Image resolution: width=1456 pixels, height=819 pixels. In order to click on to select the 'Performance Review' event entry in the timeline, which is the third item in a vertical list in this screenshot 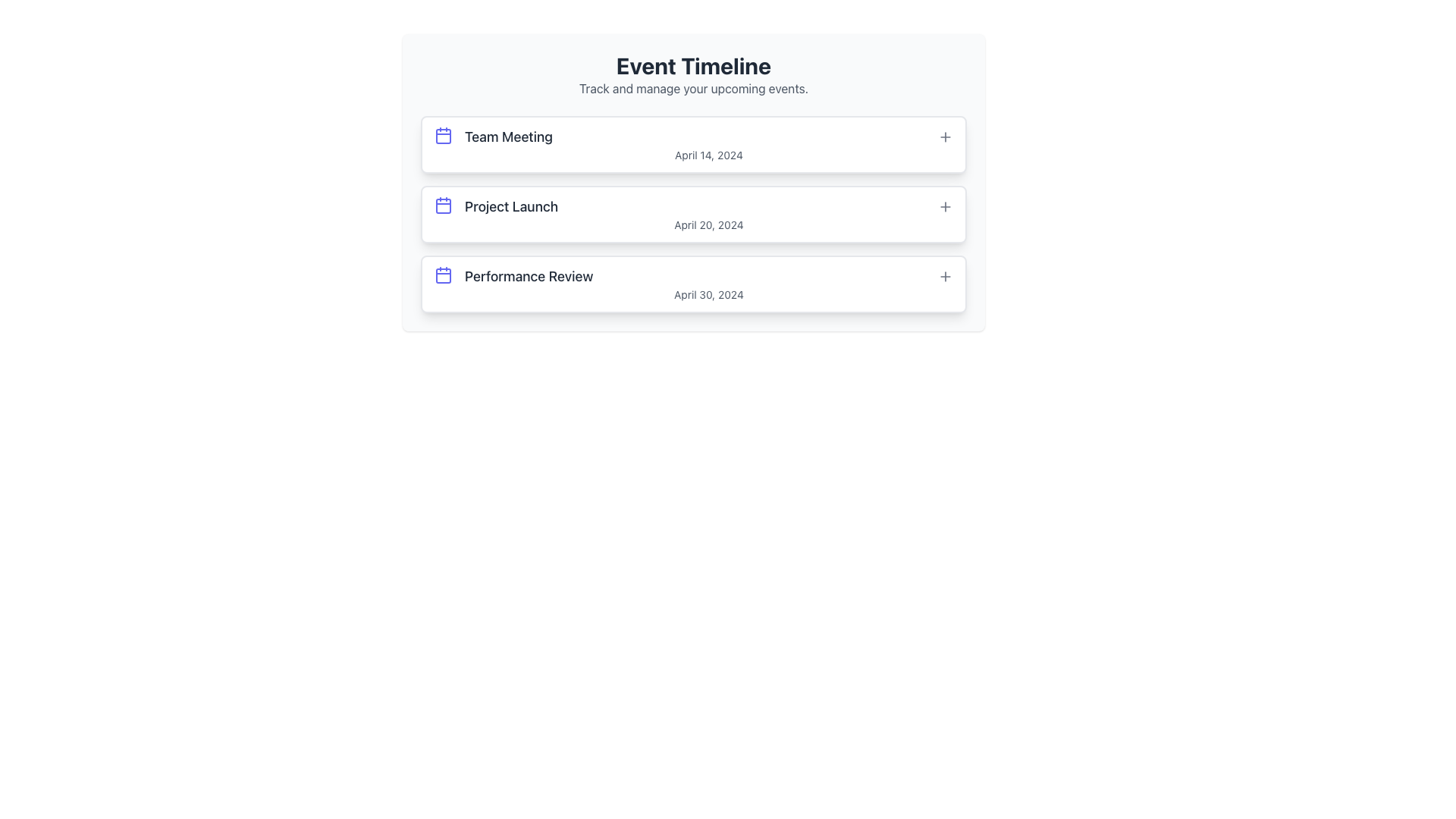, I will do `click(708, 284)`.